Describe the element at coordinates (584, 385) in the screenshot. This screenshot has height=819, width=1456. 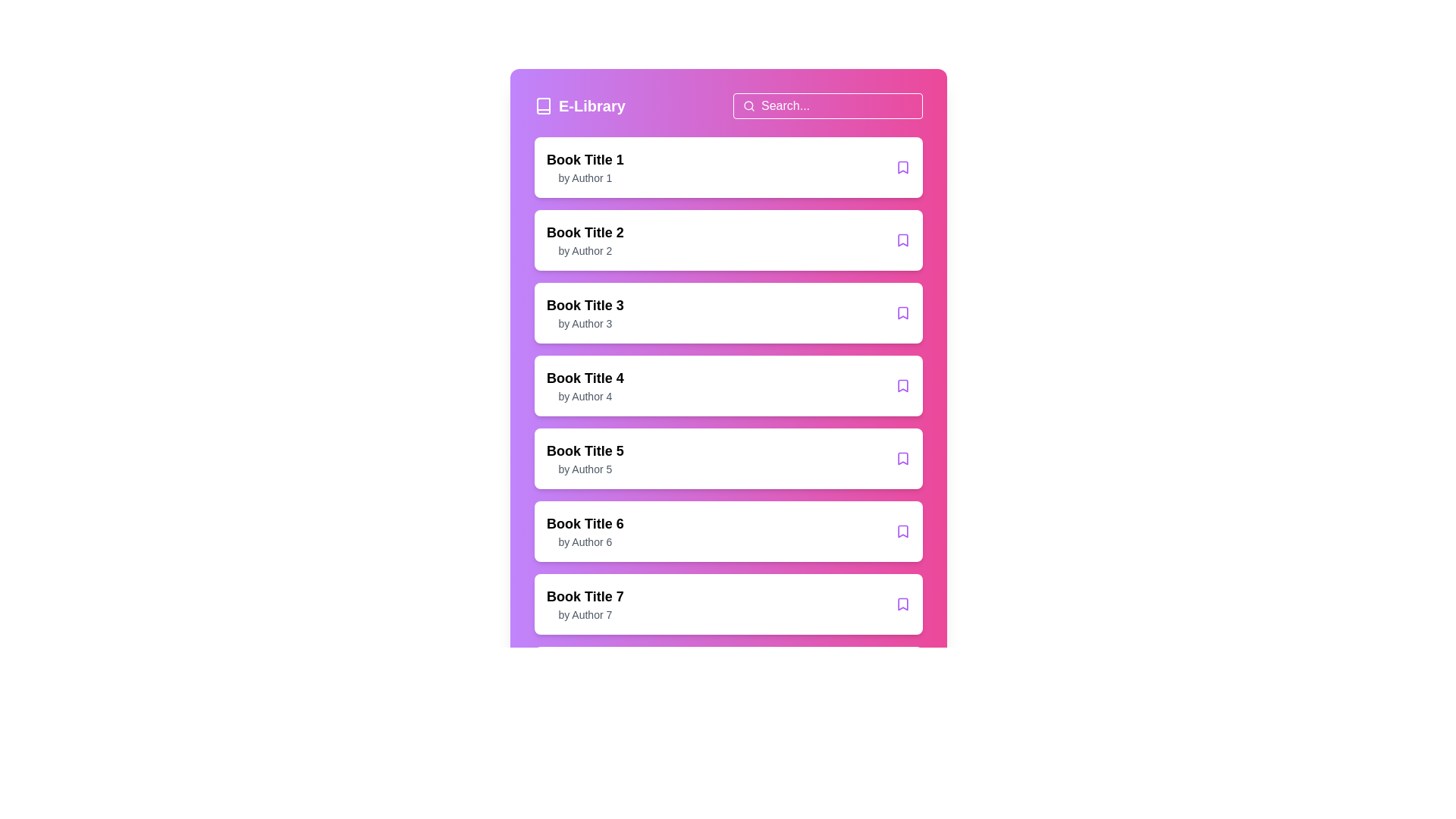
I see `the text display element representing 'Book Title 4'` at that location.